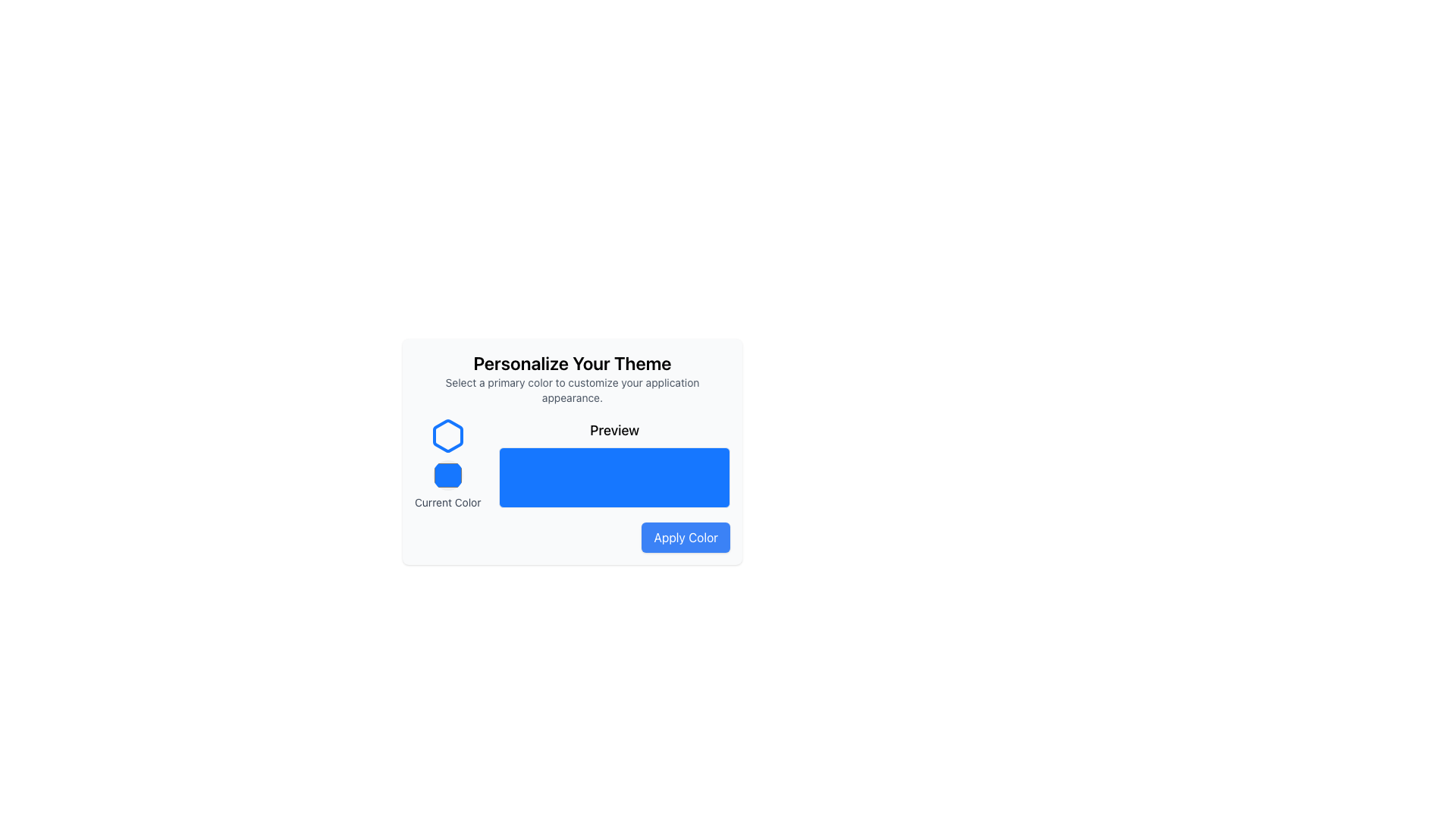 The width and height of the screenshot is (1456, 819). What do you see at coordinates (571, 362) in the screenshot?
I see `text label that says 'Personalize Your Theme', which is a bold, black text string located at the top center of the color theme customization panel` at bounding box center [571, 362].